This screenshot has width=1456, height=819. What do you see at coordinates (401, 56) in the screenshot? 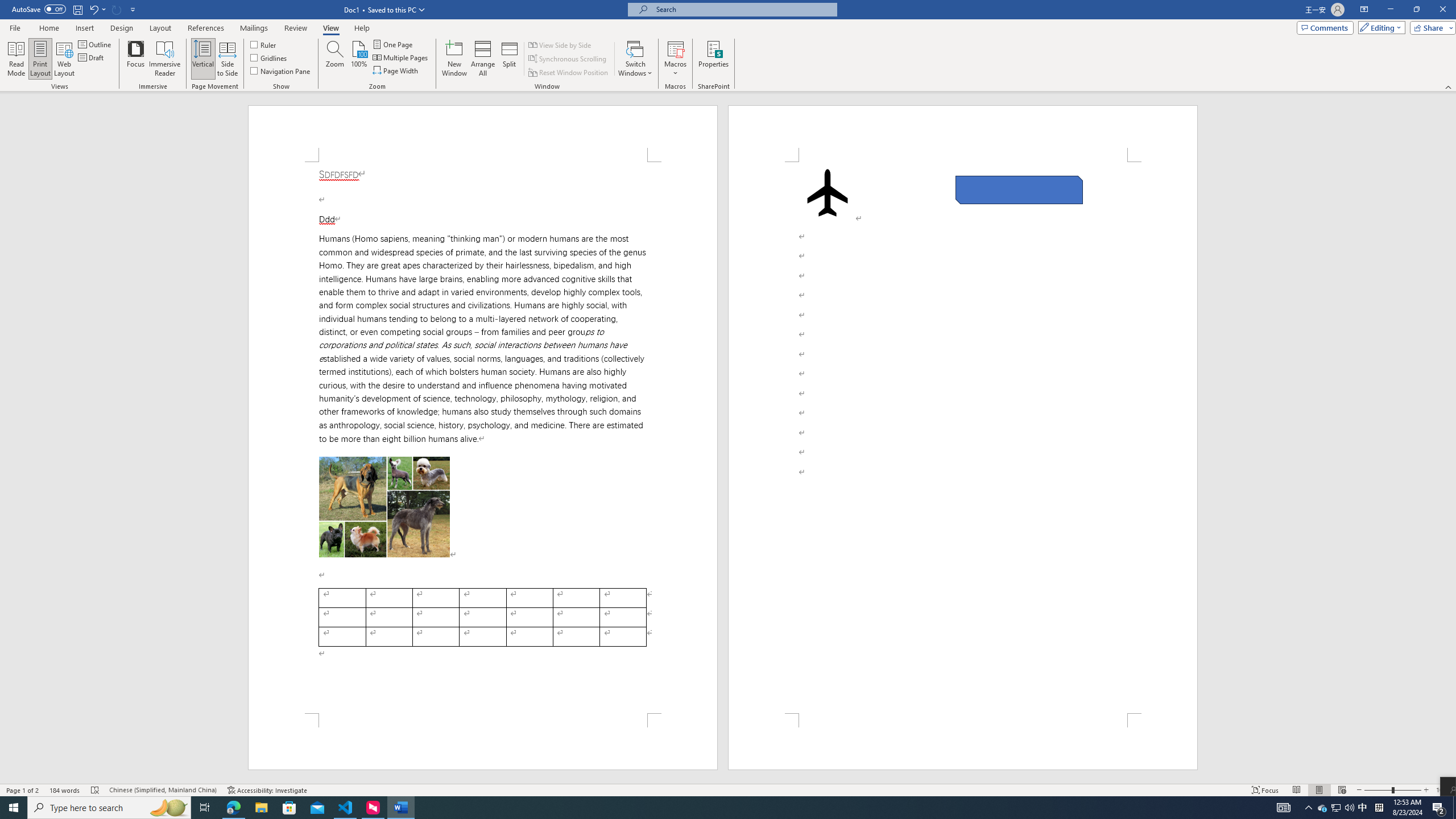
I see `'Multiple Pages'` at bounding box center [401, 56].